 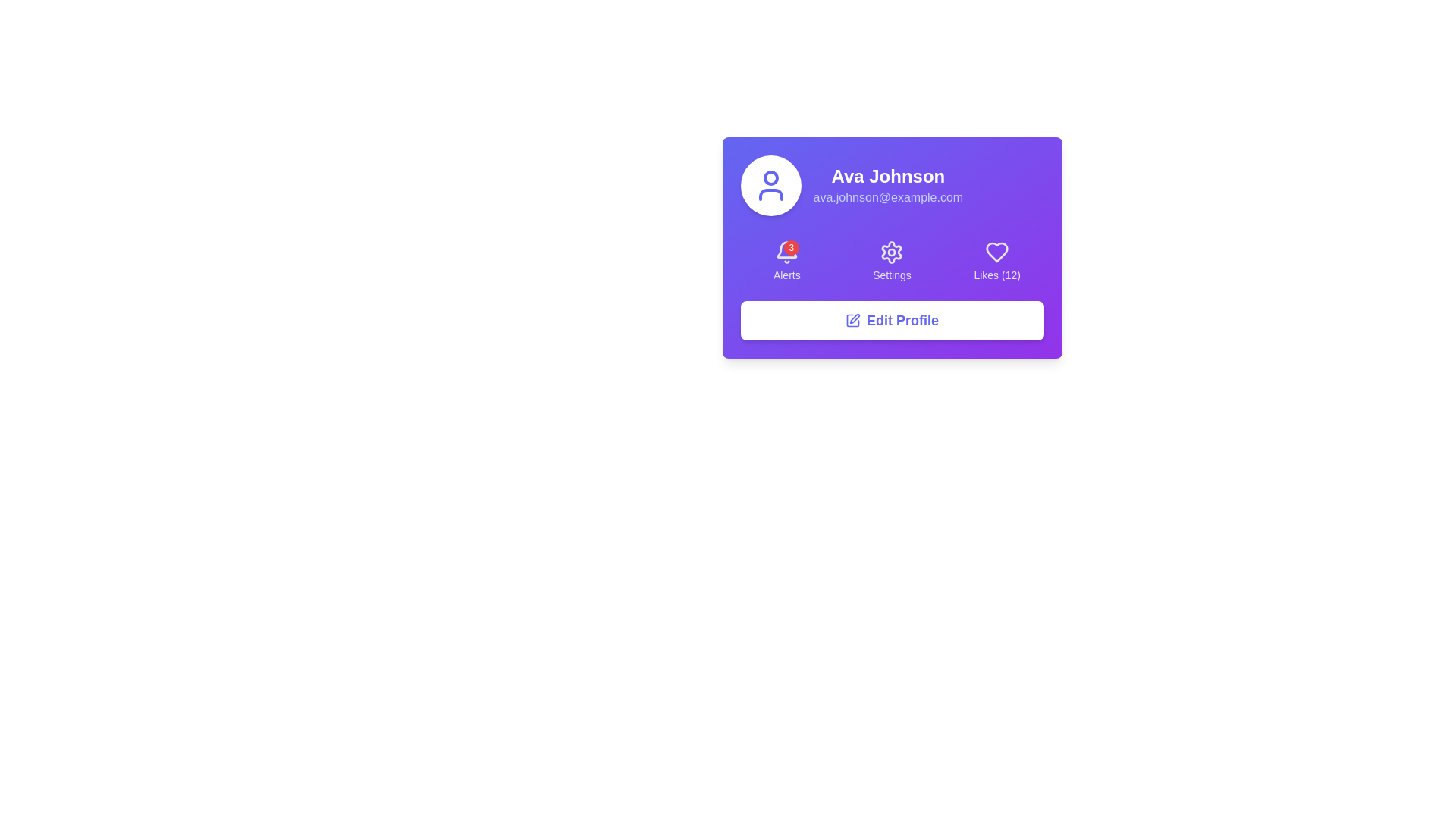 I want to click on the stylized pen icon located within the 'Edit Profile' button at the center of the profile widget, so click(x=855, y=318).